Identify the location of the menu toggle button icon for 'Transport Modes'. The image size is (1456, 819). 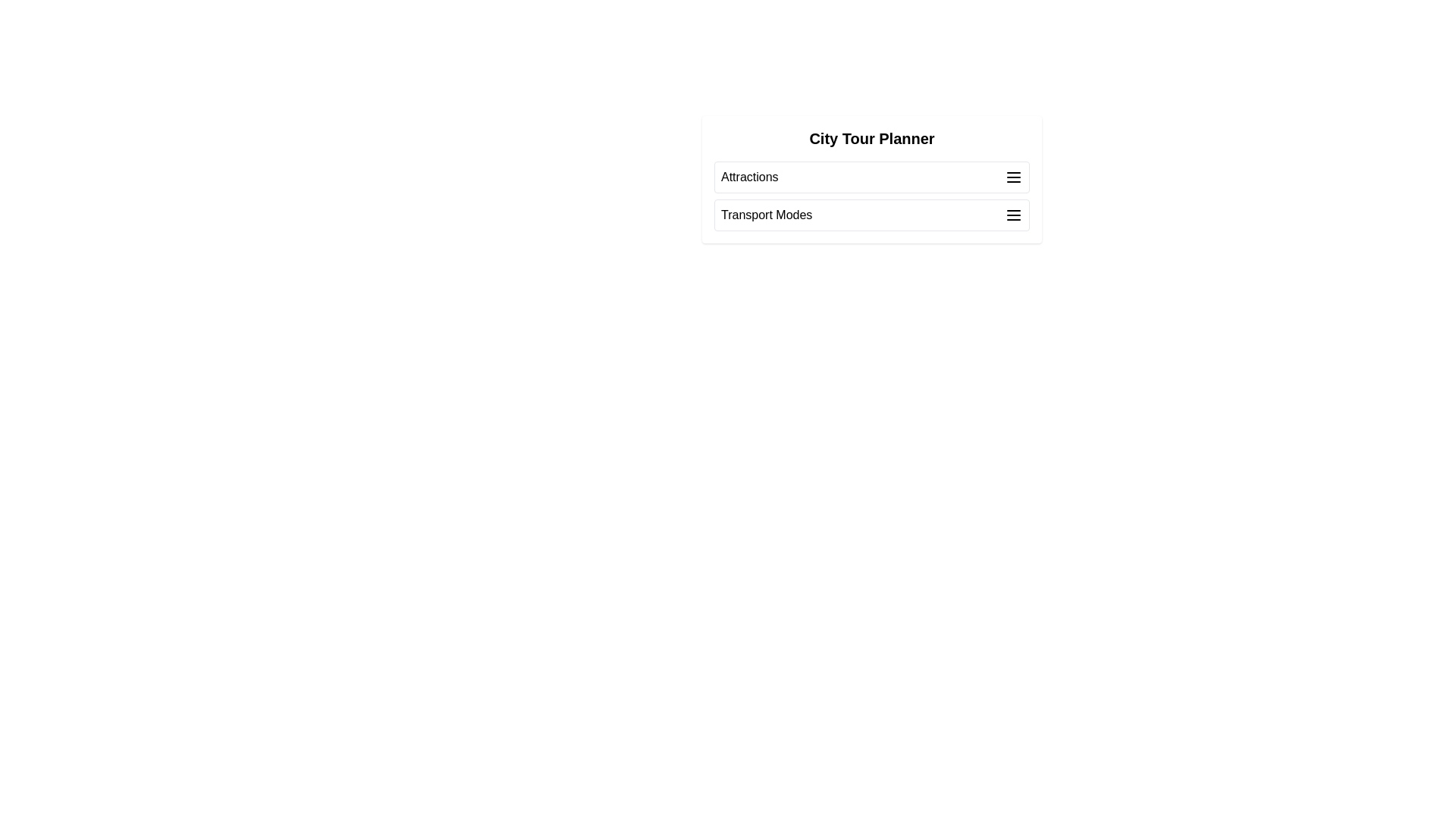
(1014, 215).